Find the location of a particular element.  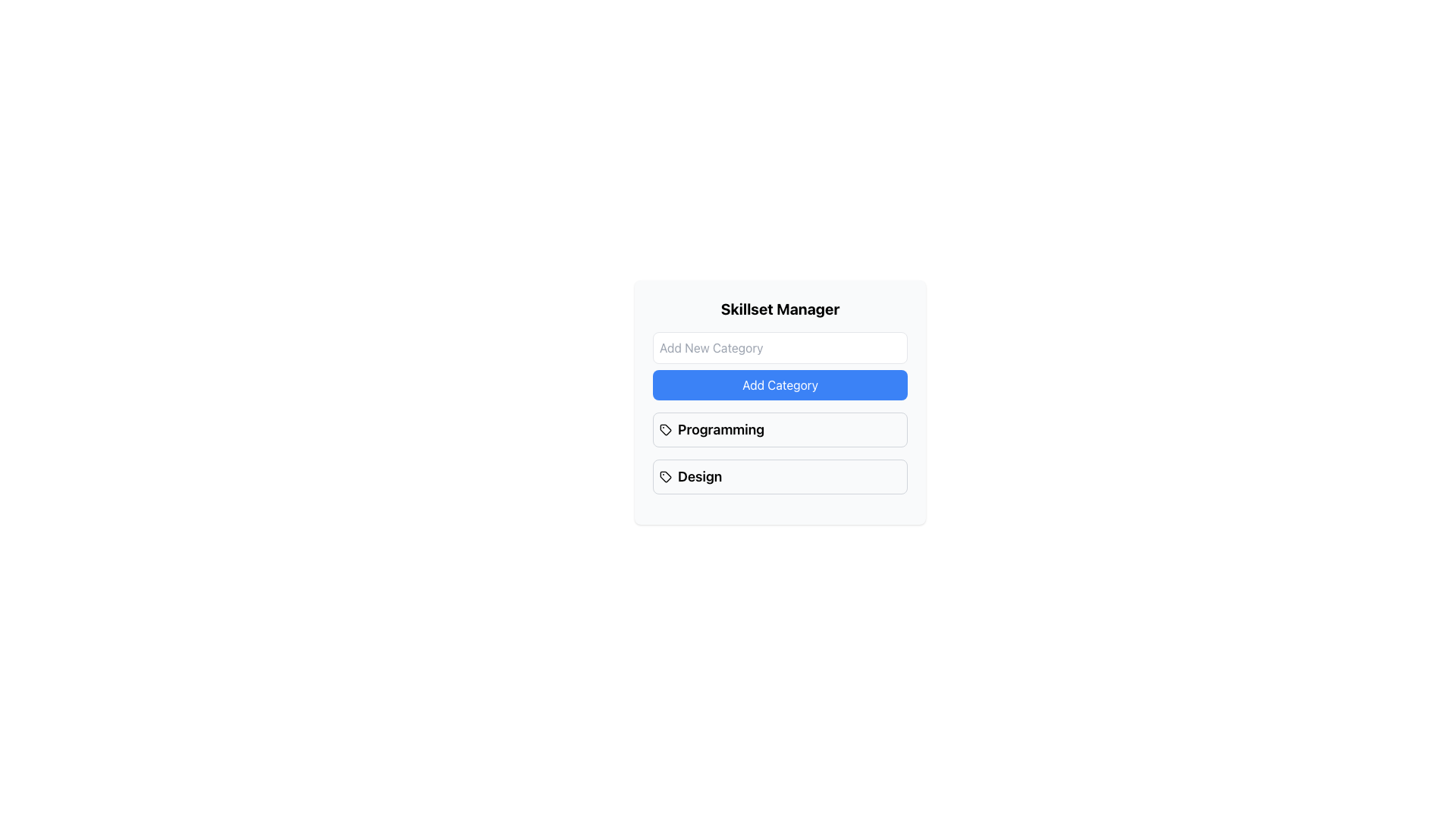

the Programming icon located to the left of the text in the Skillset Manager card is located at coordinates (666, 430).